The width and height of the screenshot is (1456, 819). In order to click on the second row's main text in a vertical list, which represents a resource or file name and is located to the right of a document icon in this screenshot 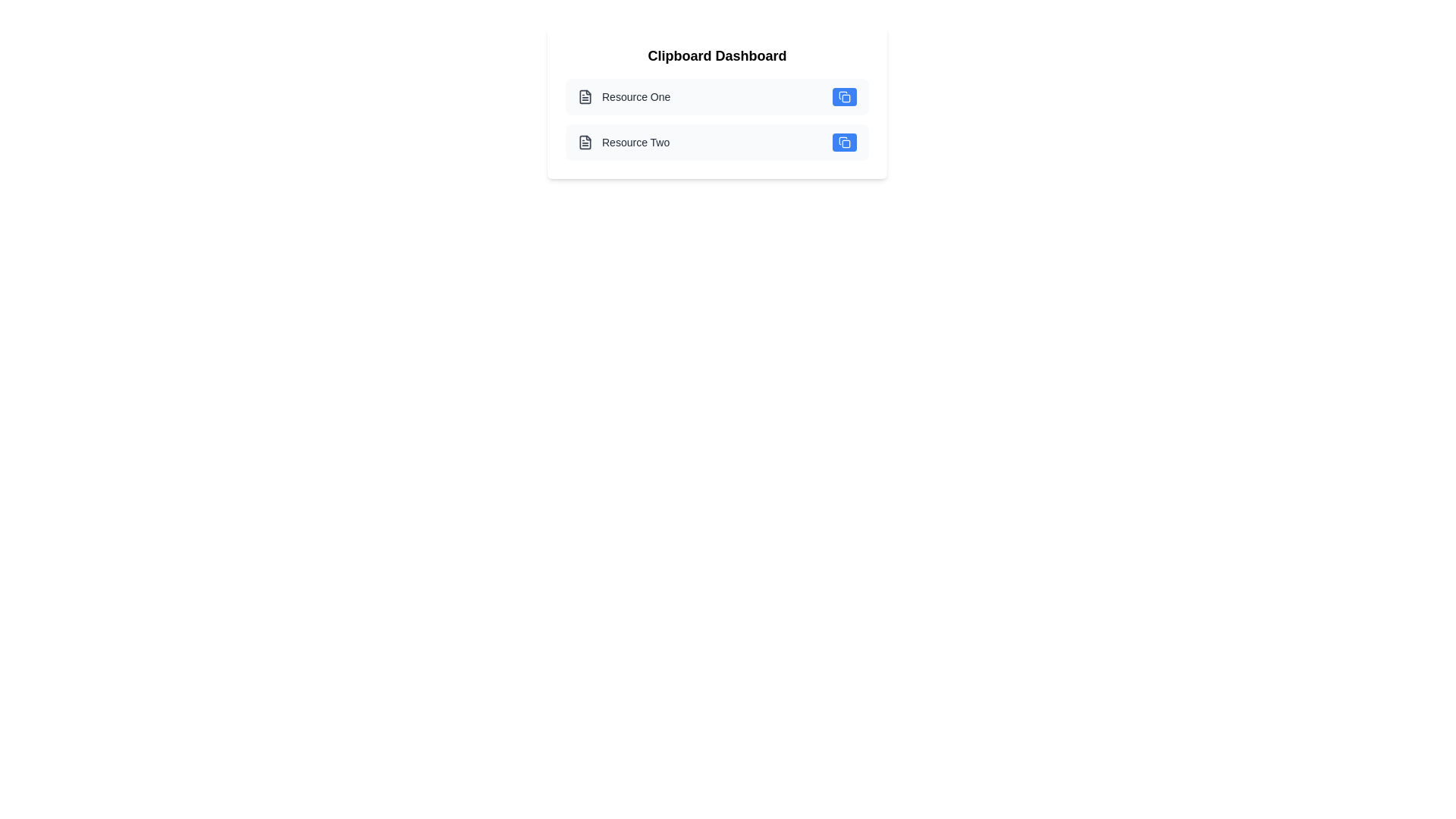, I will do `click(635, 143)`.